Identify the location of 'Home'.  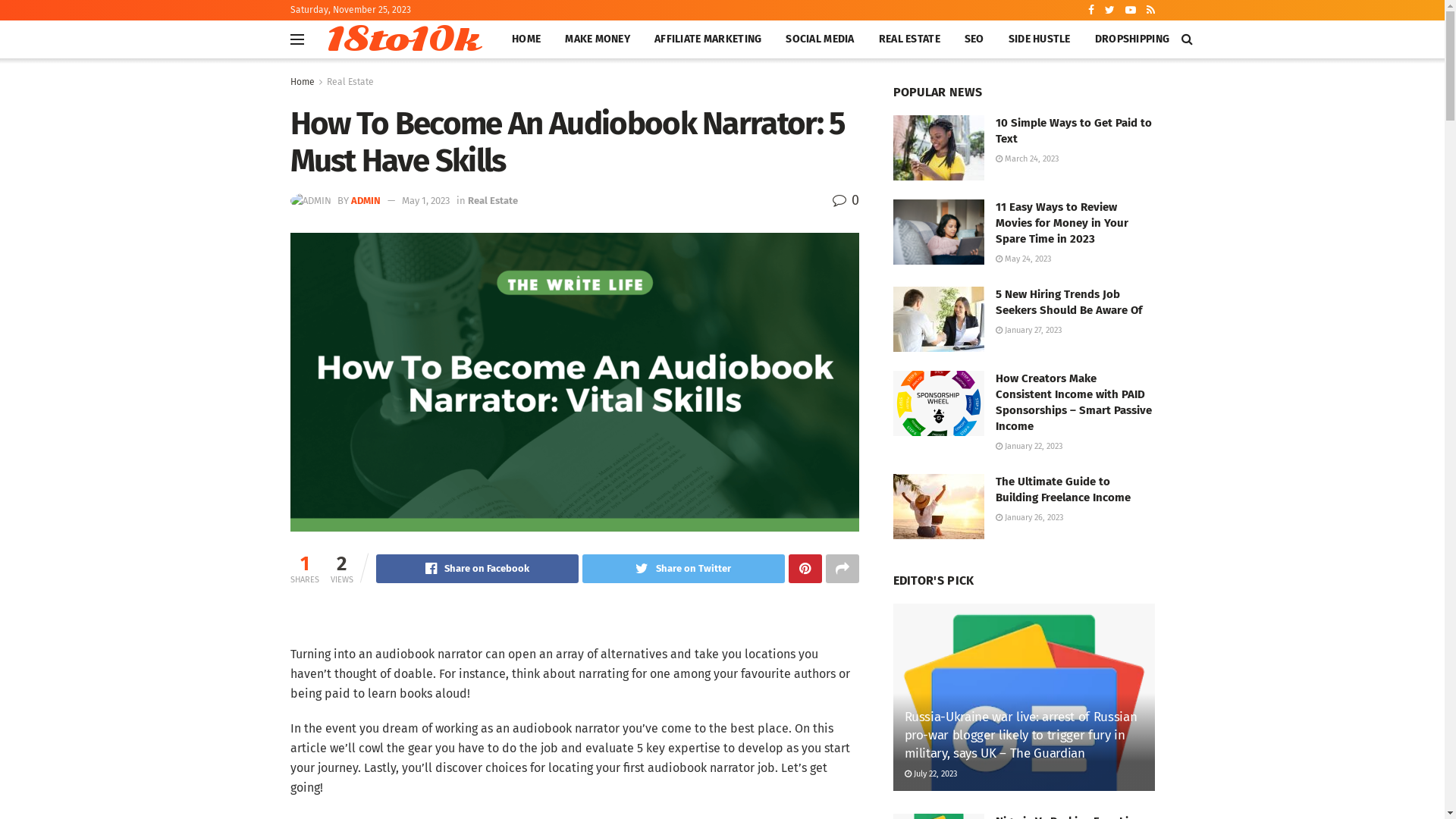
(302, 82).